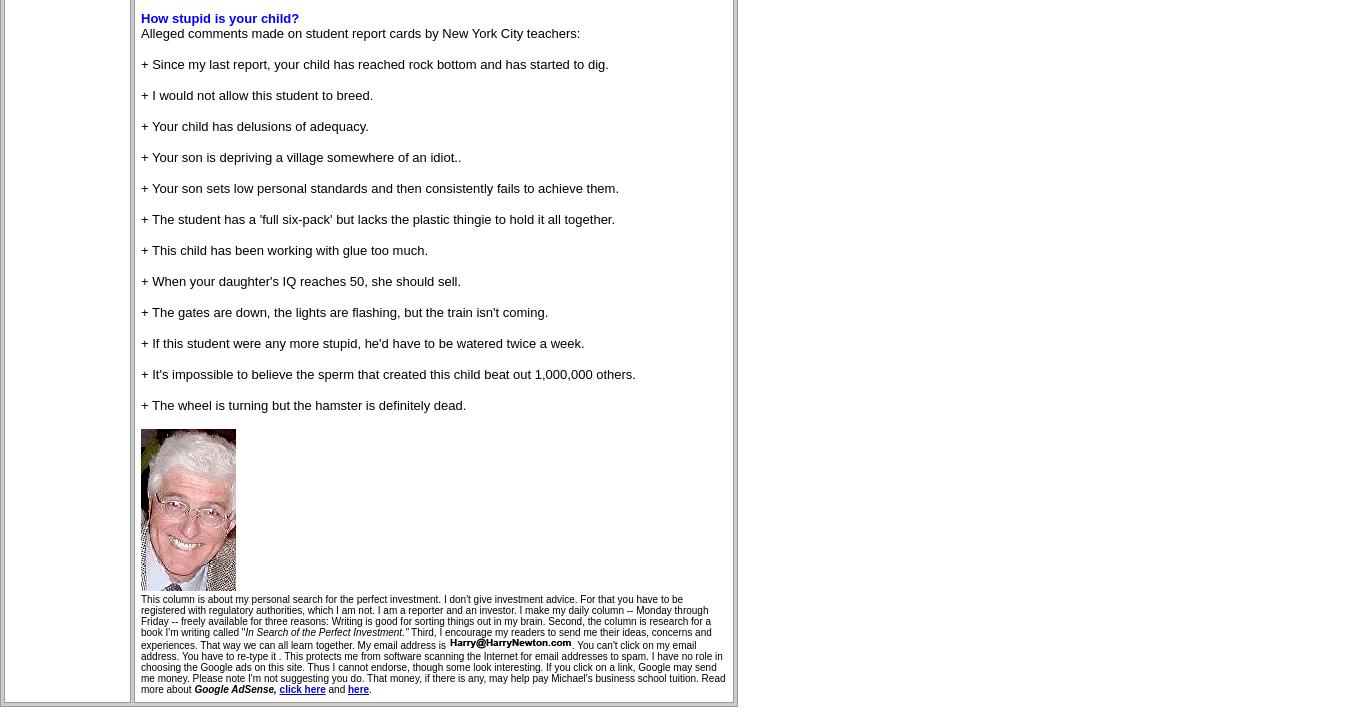 This screenshot has height=722, width=1350. Describe the element at coordinates (426, 616) in the screenshot. I see `'his column is about my personal search 
  for the perfect investment. I don't give investment advice. For that you have 
  to be registered with regulatory authorities, which I am not. I am a reporter 
  and an investor. I make my daily column -- Monday through Friday -- freely available 
  for three reasons: Writing is good for sorting things out in my brain. Second, 
  the column is research for a book I'm writing called "'` at that location.